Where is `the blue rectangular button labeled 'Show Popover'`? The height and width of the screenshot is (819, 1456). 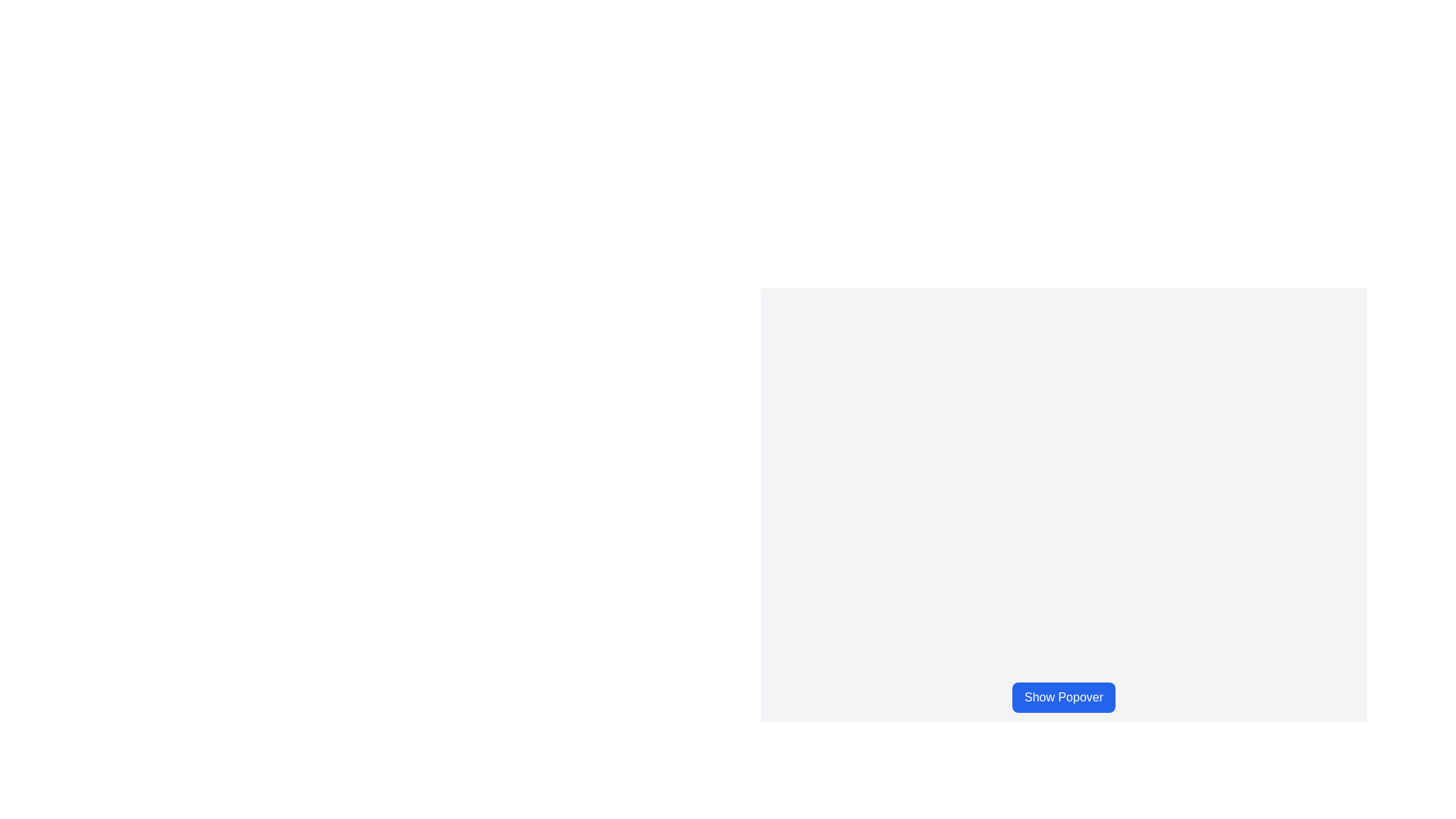 the blue rectangular button labeled 'Show Popover' is located at coordinates (1062, 698).